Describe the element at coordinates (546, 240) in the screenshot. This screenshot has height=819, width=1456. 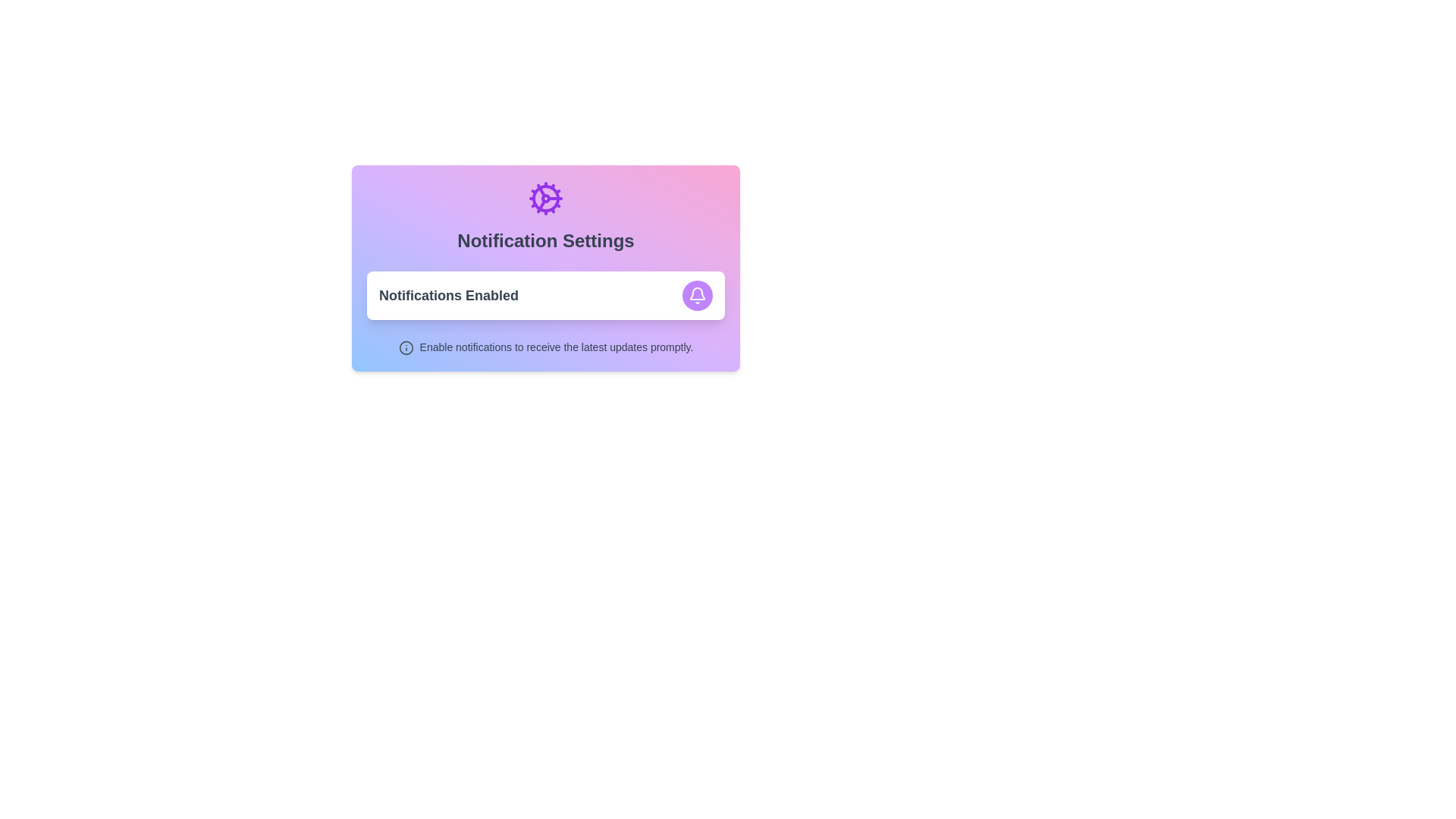
I see `the notifications header text label, which is centrally aligned below a gear icon and above the 'Notifications Enabled' section` at that location.